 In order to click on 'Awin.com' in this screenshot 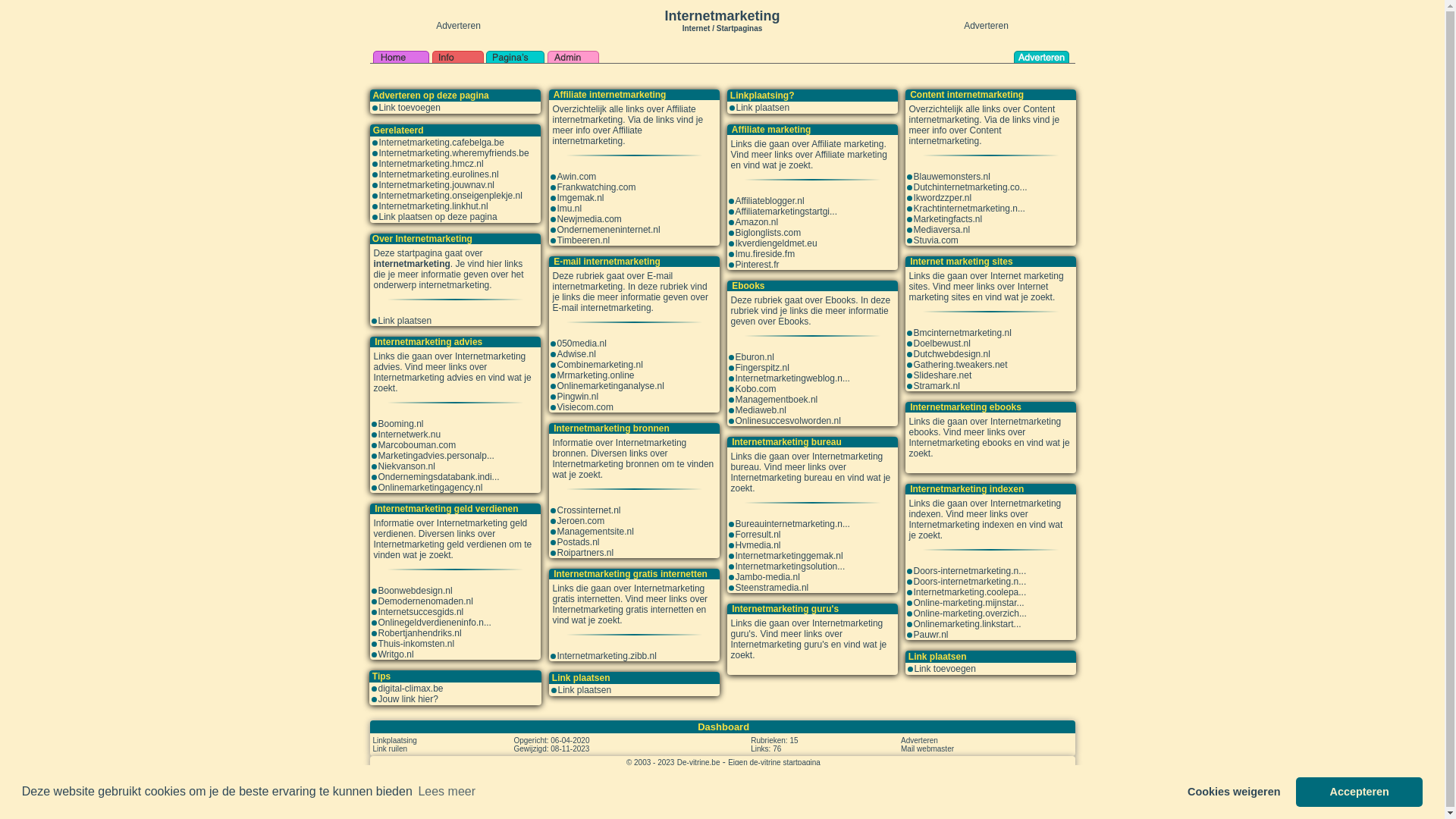, I will do `click(575, 175)`.